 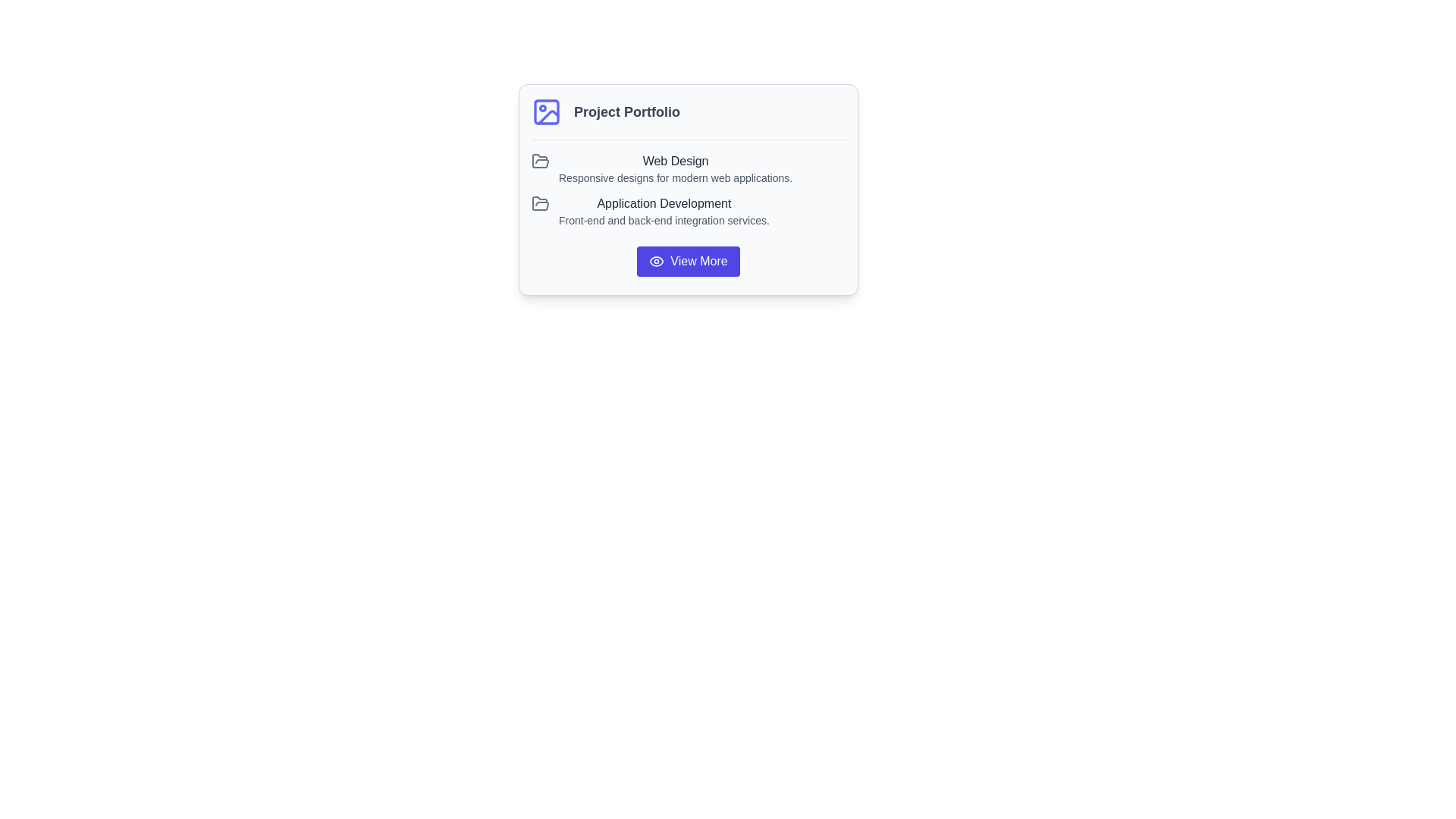 I want to click on the Text component providing details about 'Application Development', which is the second content group in a vertical list inside a card layout, so click(x=664, y=211).